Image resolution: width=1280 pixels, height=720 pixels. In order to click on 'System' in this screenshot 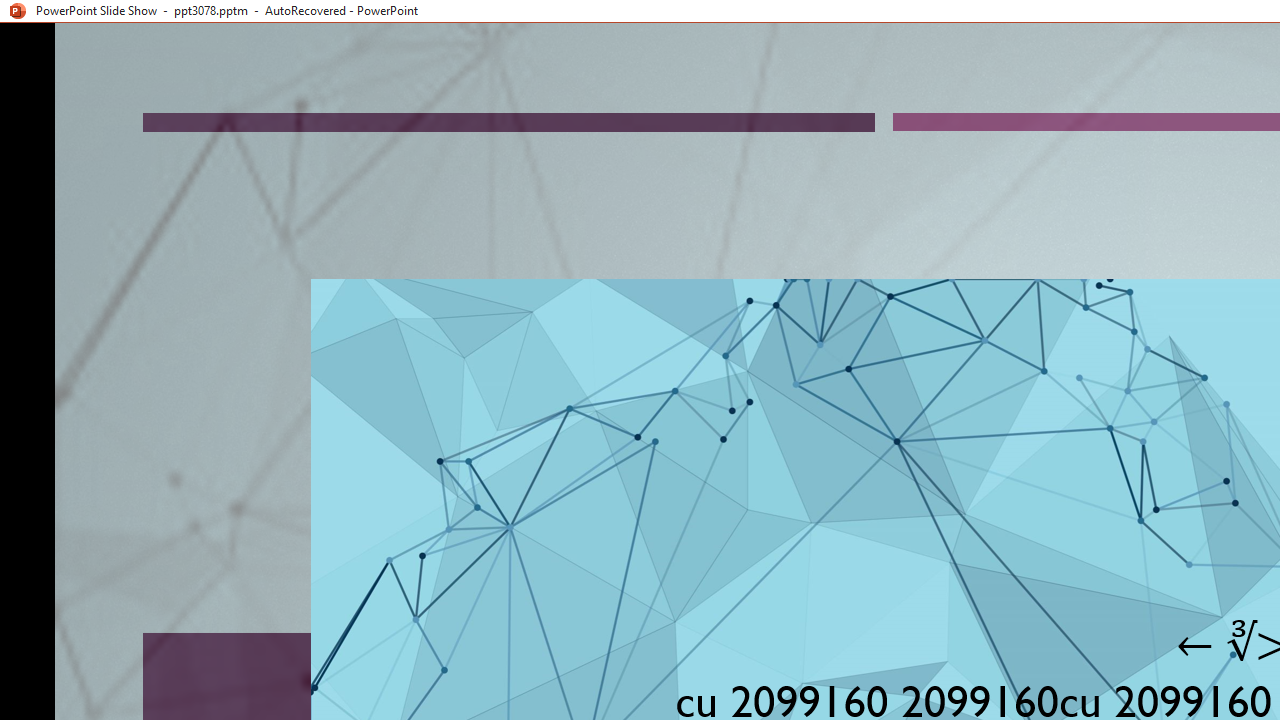, I will do `click(10, 11)`.